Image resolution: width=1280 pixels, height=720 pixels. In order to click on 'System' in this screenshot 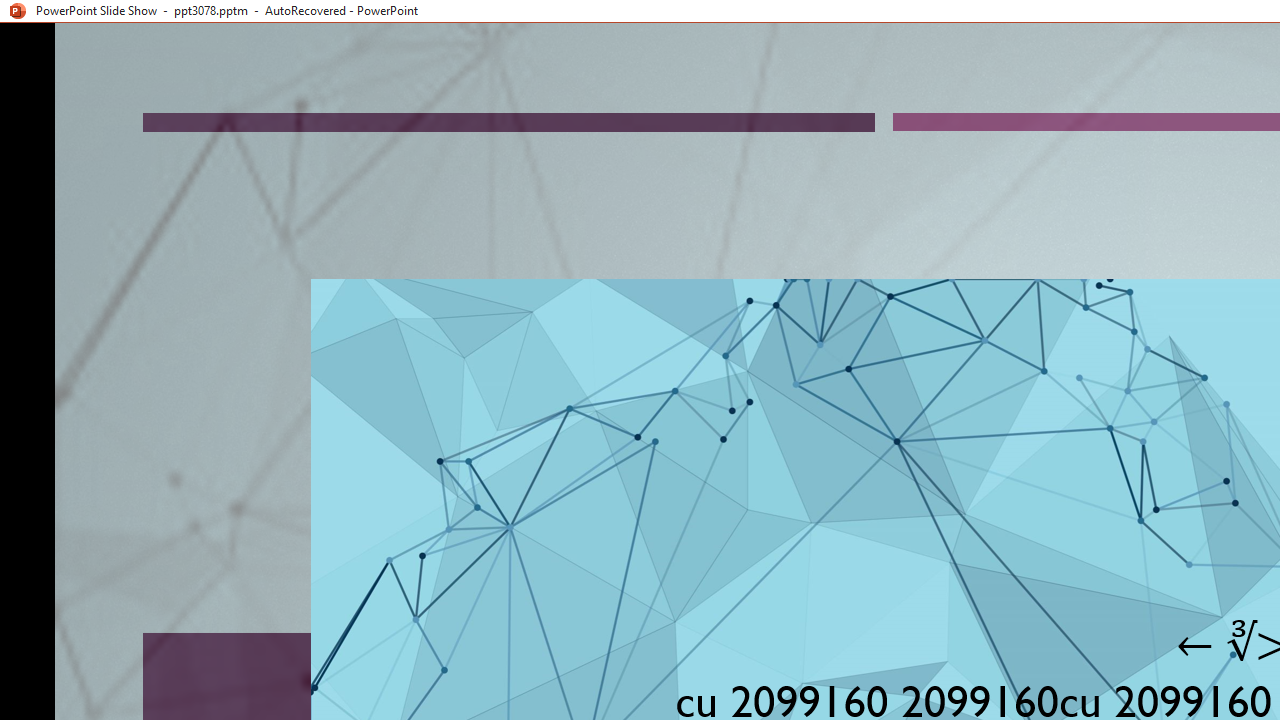, I will do `click(10, 11)`.